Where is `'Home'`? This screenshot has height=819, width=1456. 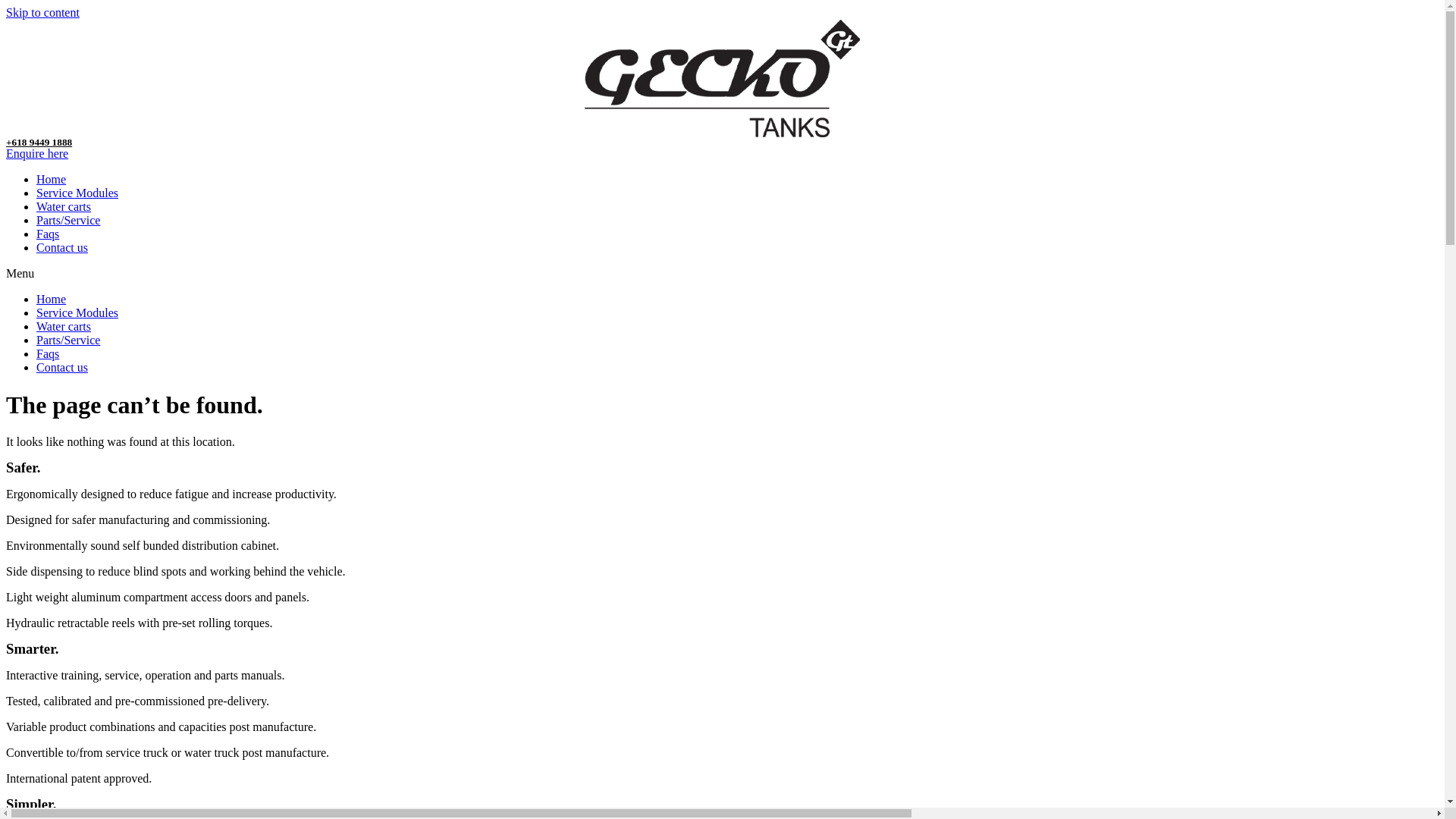 'Home' is located at coordinates (51, 299).